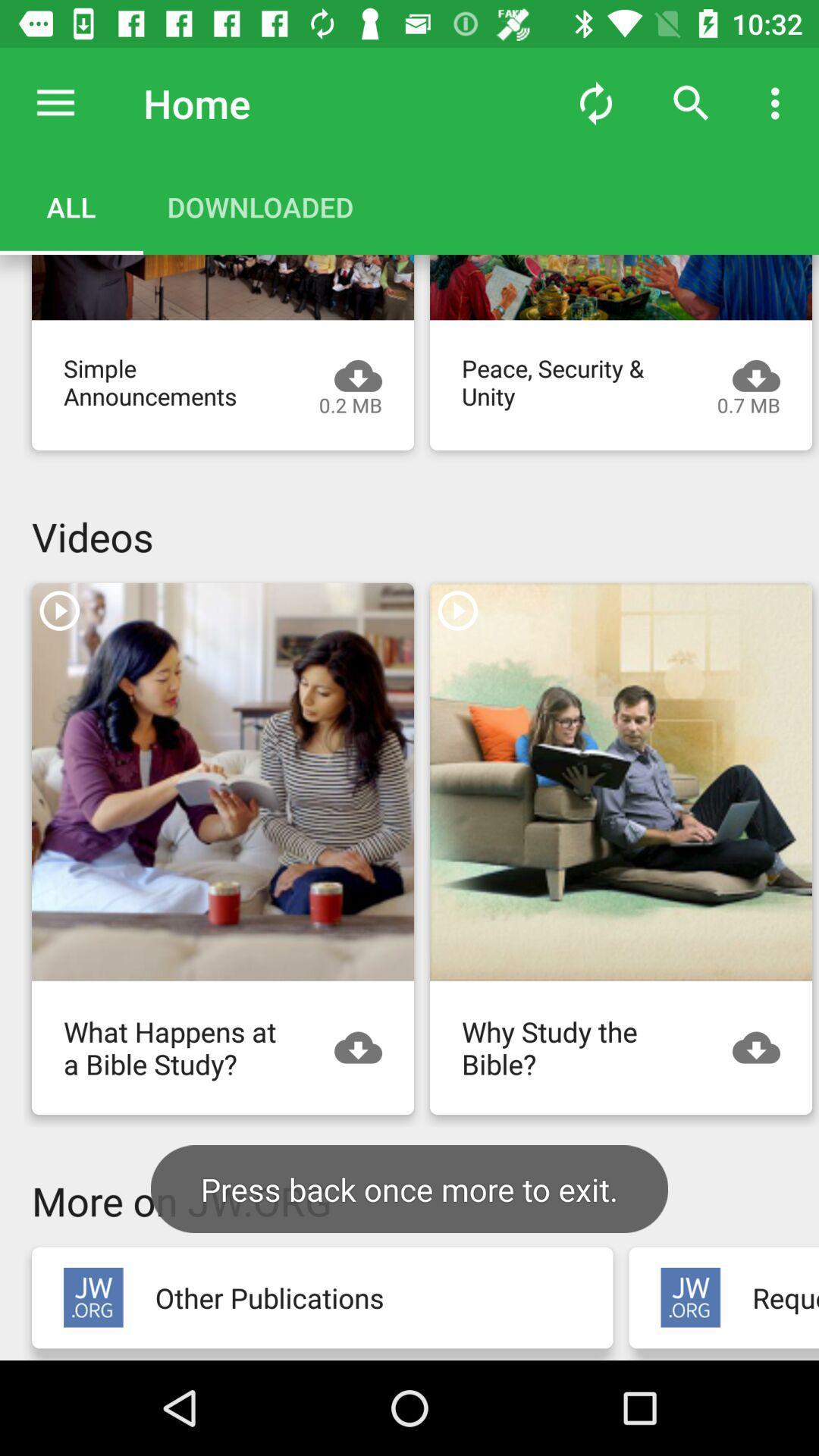 This screenshot has width=819, height=1456. Describe the element at coordinates (690, 1297) in the screenshot. I see `open advertisement` at that location.